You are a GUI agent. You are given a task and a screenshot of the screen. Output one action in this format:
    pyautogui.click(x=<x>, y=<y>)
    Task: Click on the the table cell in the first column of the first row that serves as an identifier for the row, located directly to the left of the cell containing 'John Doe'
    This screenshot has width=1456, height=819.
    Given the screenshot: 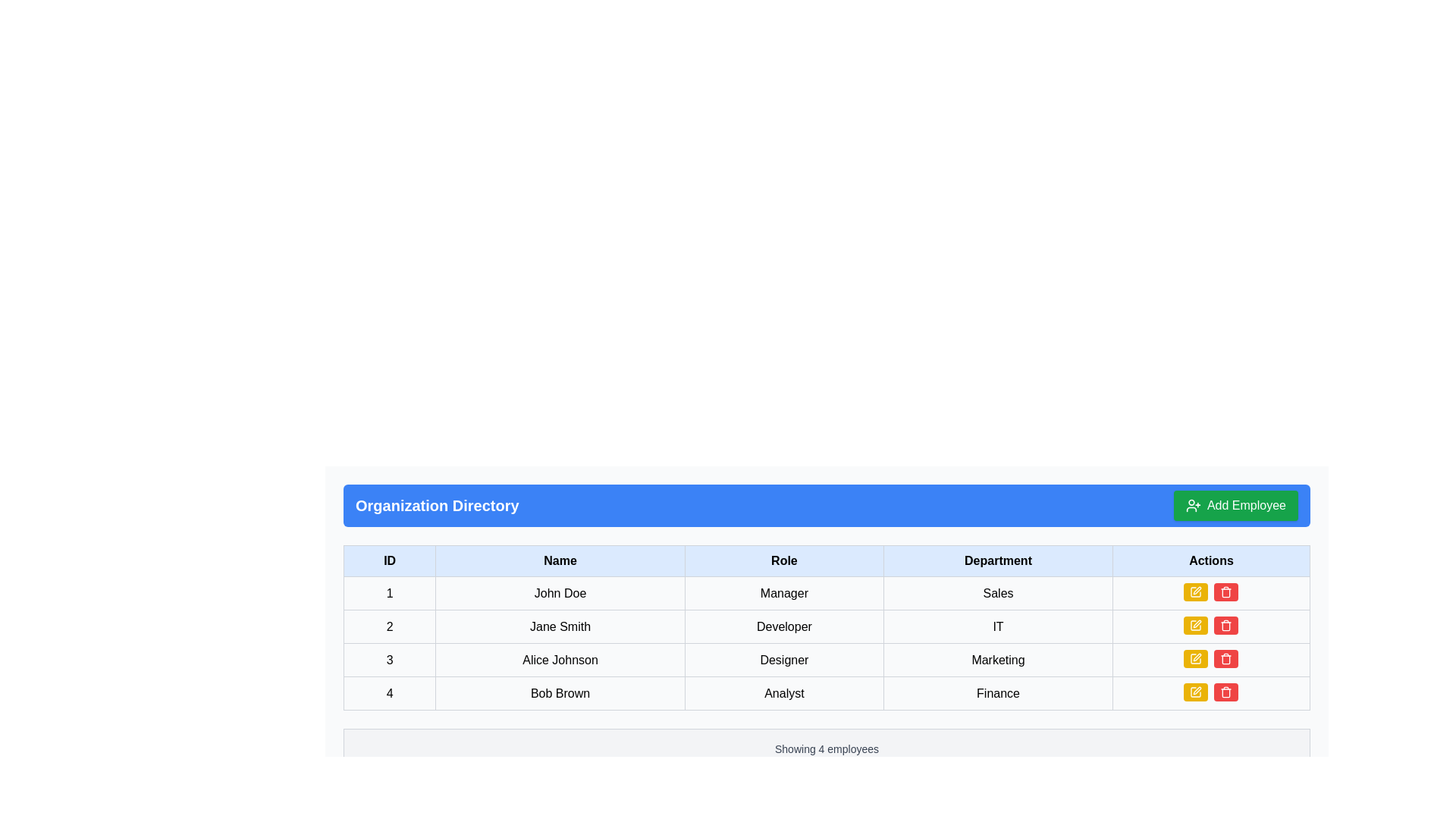 What is the action you would take?
    pyautogui.click(x=390, y=592)
    